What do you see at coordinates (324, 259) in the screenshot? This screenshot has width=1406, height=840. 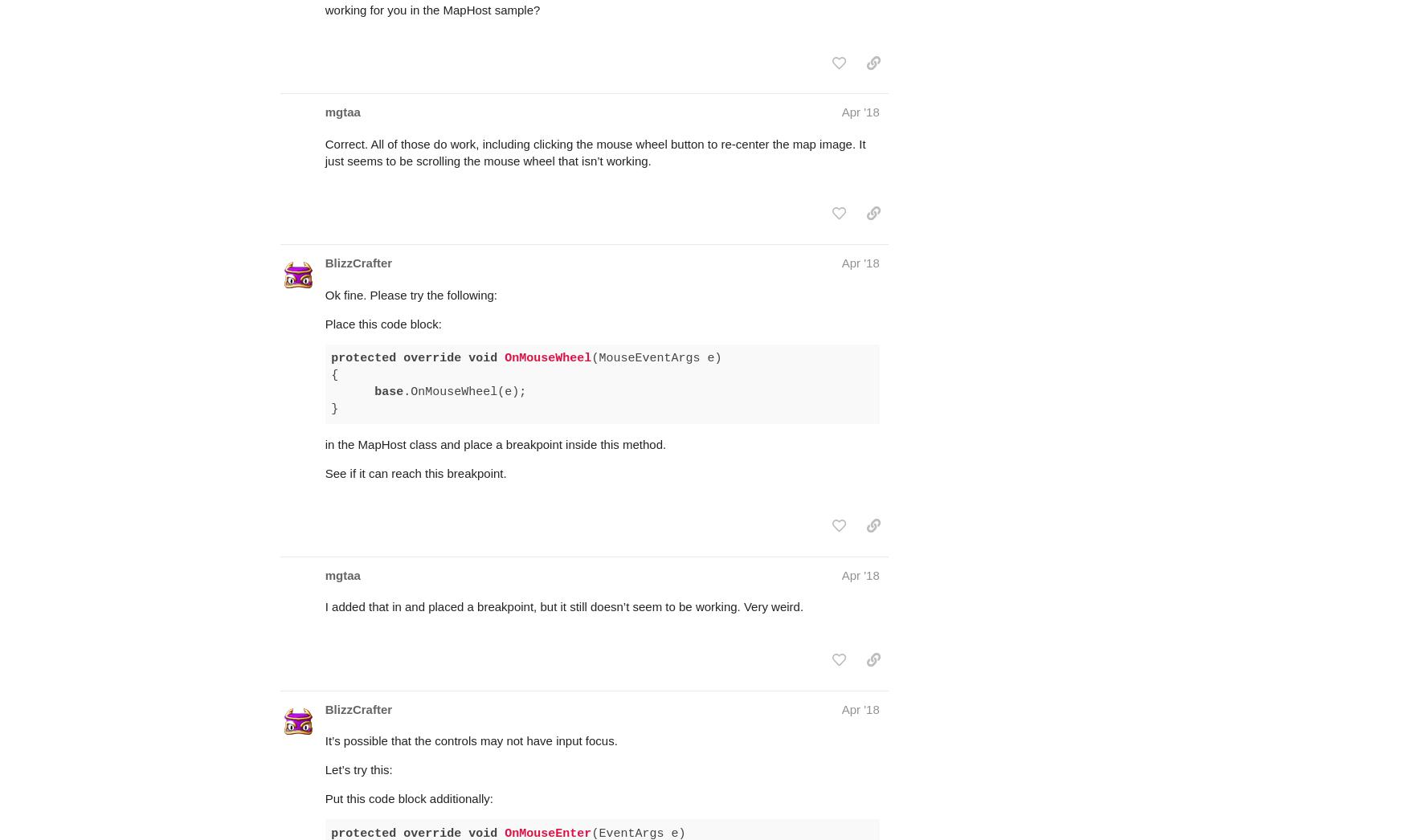 I see `'Place this code block:'` at bounding box center [324, 259].